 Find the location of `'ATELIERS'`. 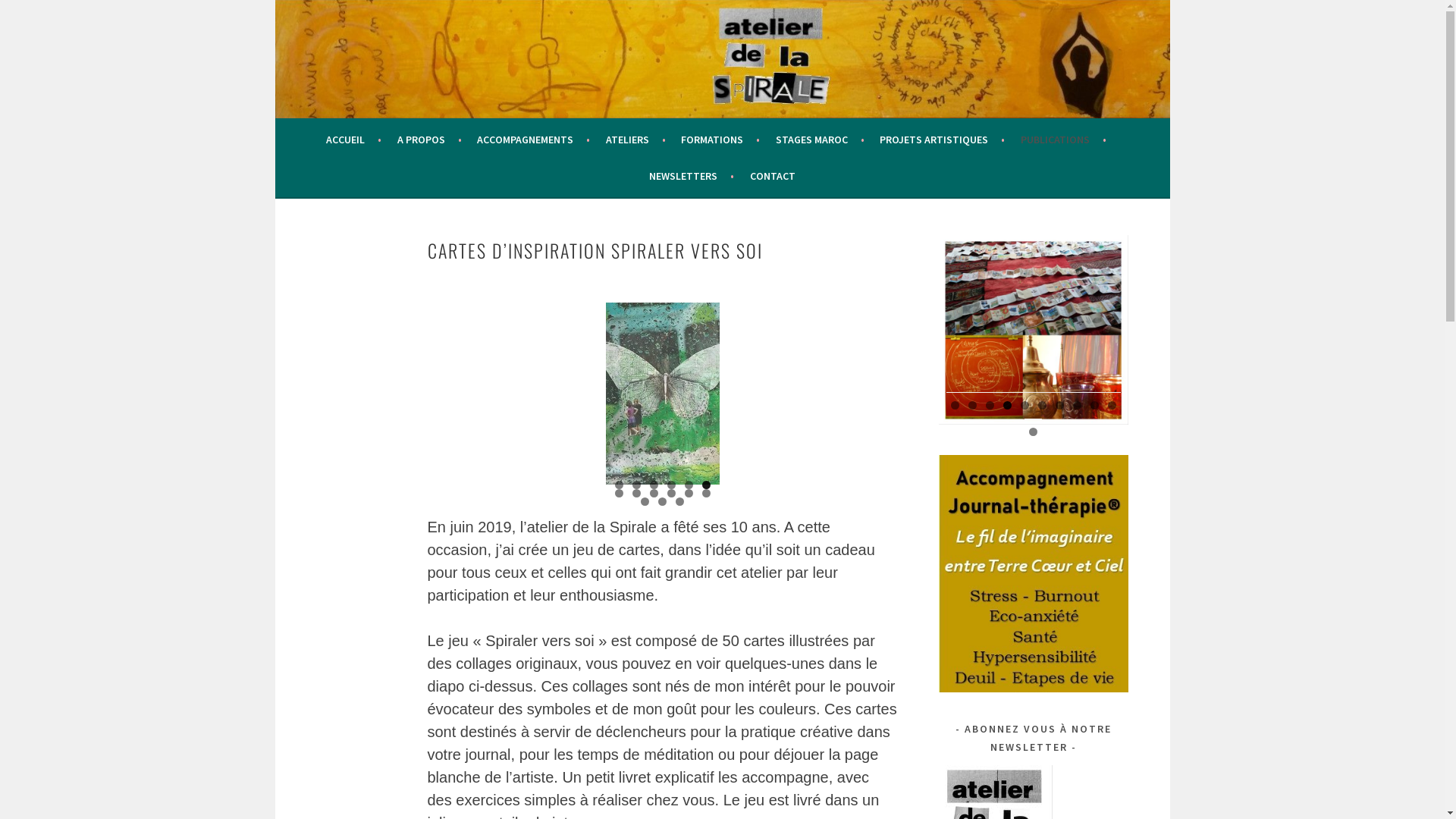

'ATELIERS' is located at coordinates (635, 140).